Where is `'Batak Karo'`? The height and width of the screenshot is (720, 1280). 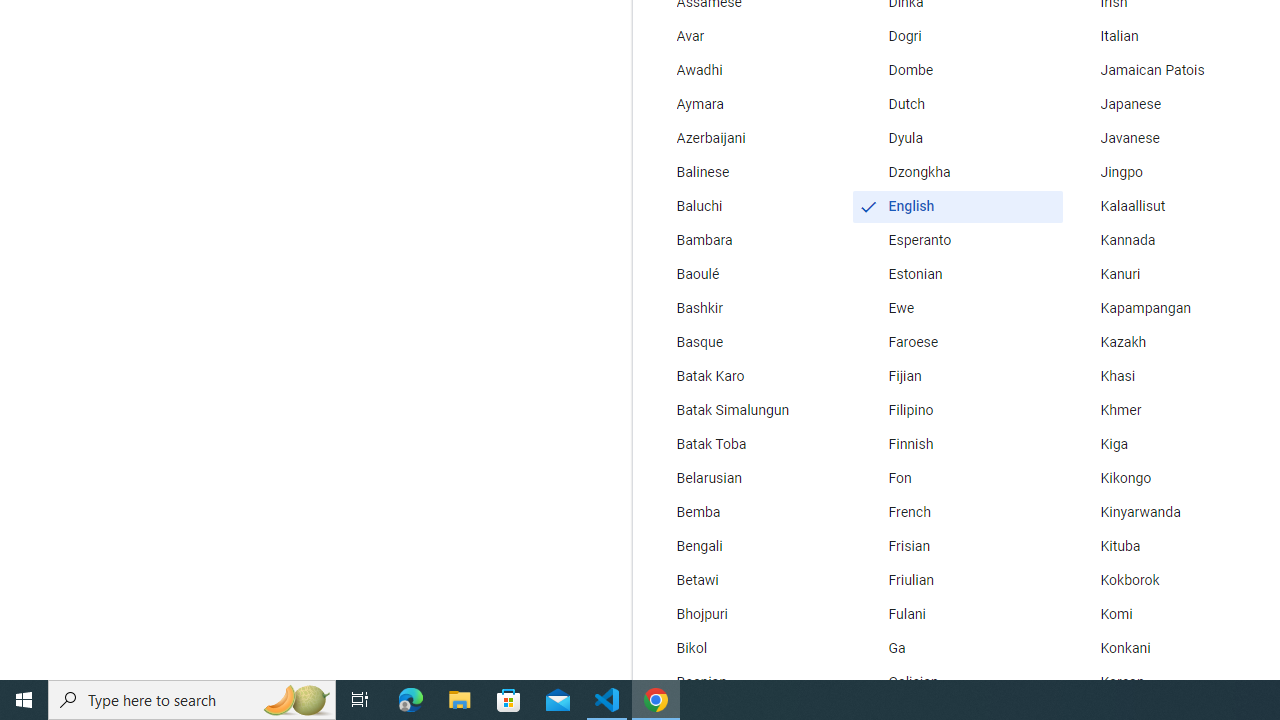
'Batak Karo' is located at coordinates (744, 376).